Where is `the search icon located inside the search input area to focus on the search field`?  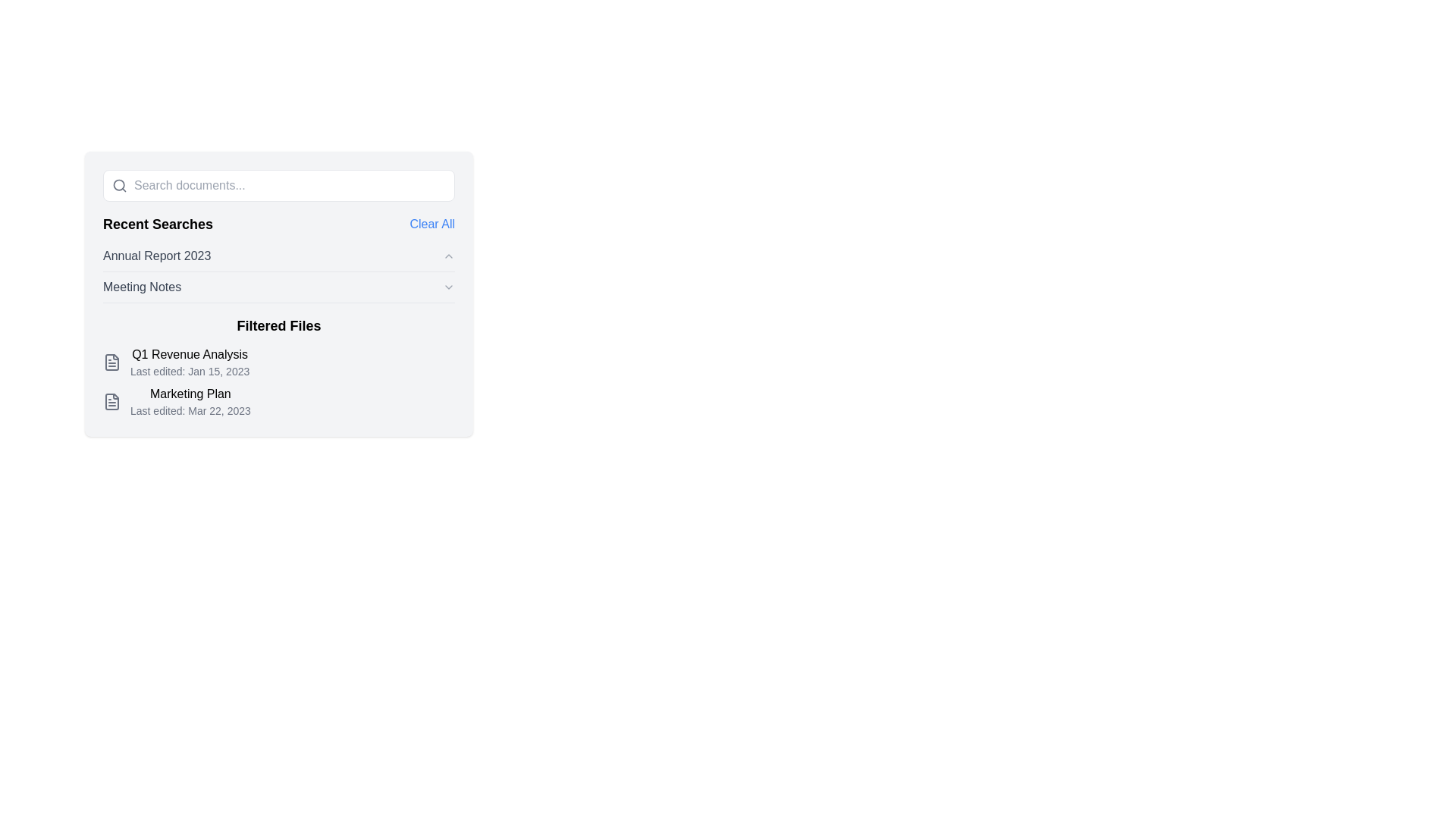 the search icon located inside the search input area to focus on the search field is located at coordinates (119, 185).